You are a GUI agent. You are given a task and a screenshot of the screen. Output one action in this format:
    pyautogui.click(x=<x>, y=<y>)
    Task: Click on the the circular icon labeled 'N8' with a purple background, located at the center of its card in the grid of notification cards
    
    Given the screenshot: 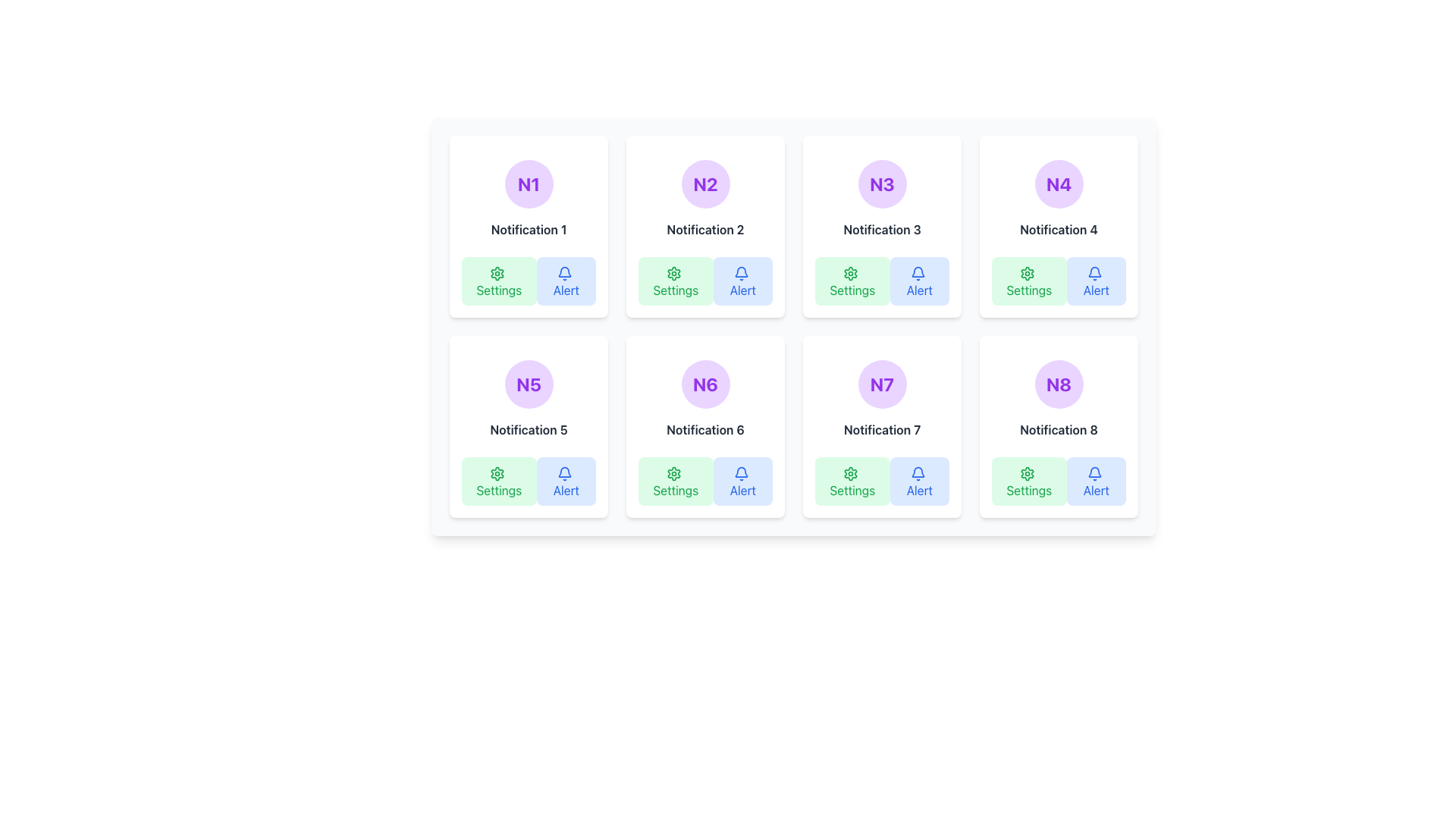 What is the action you would take?
    pyautogui.click(x=1058, y=383)
    